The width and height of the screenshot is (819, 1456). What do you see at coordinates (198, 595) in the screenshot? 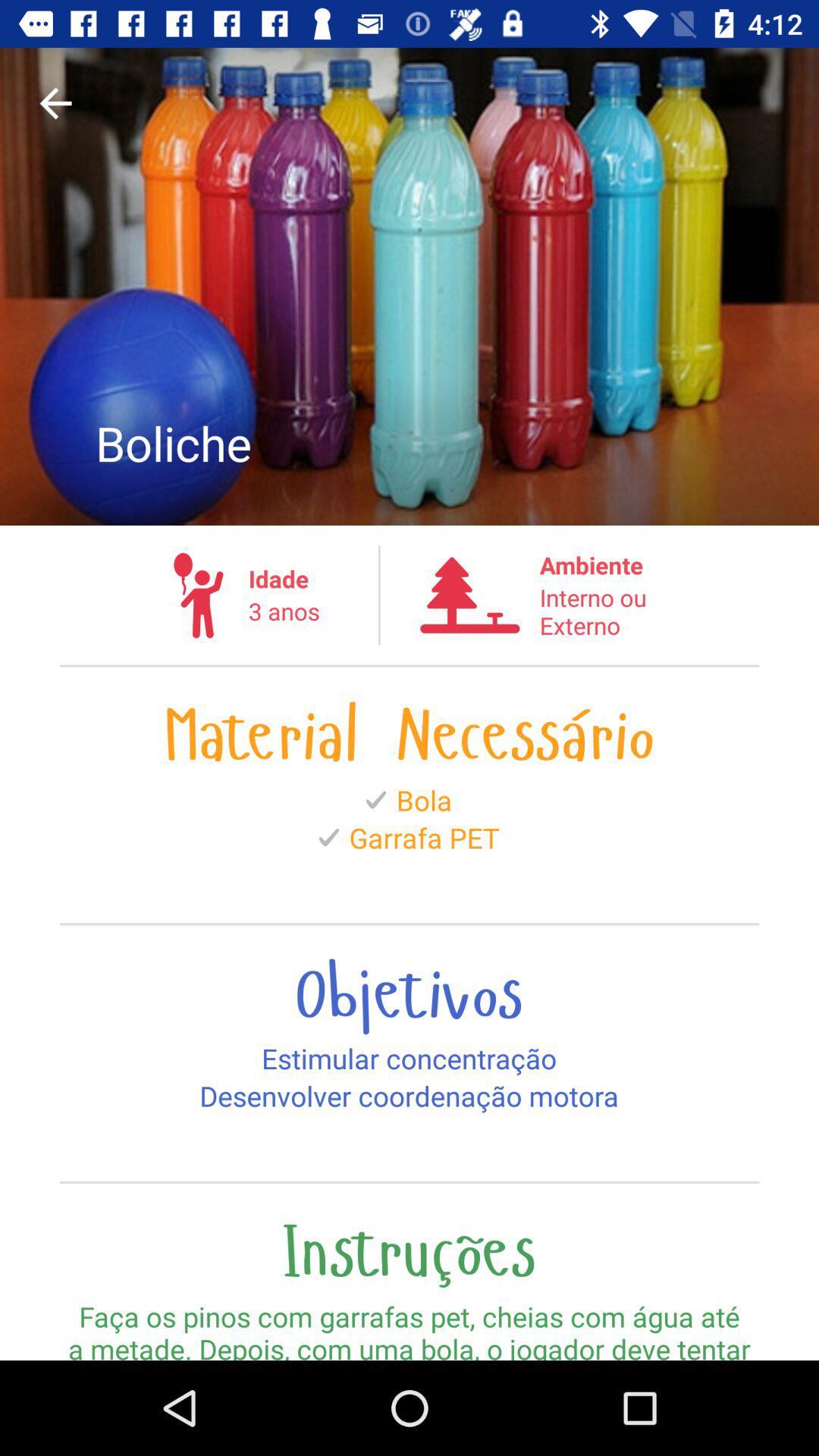
I see `the icon on left to the text idade on the web page` at bounding box center [198, 595].